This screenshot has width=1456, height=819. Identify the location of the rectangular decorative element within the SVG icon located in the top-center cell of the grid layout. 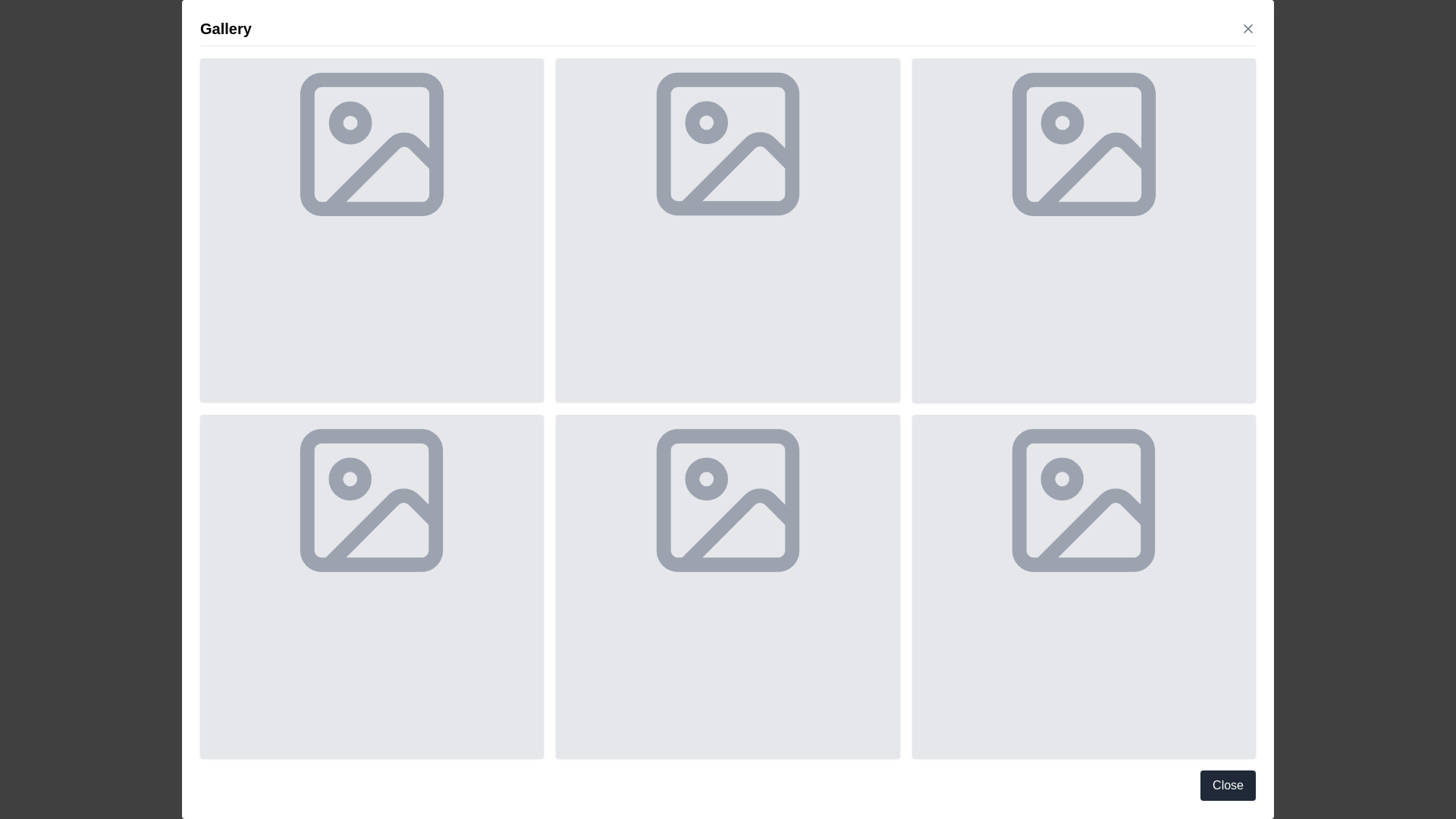
(728, 144).